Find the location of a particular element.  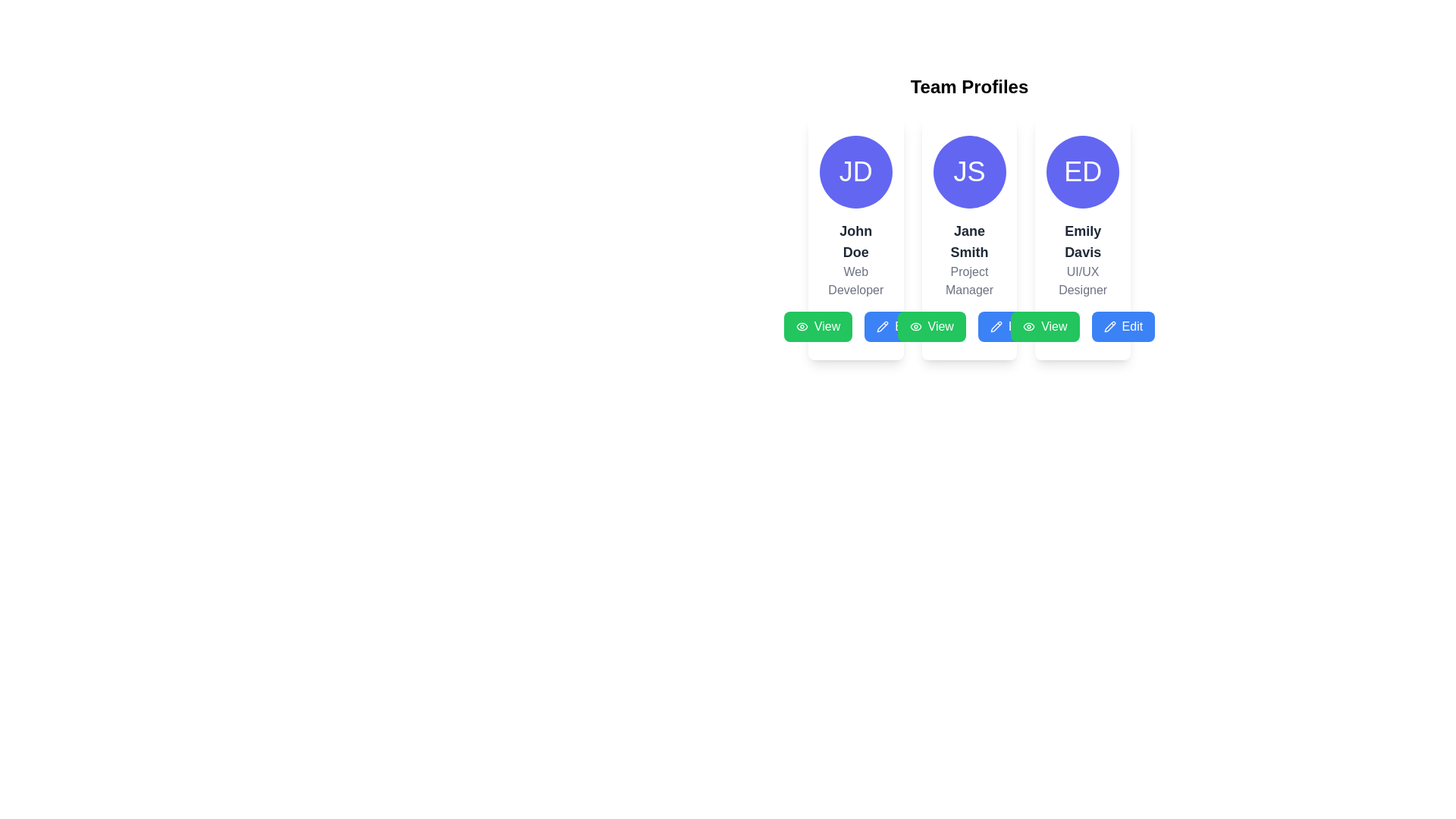

the Edit icon located on the profile card of Emily Davis, positioned in the upper right section next to the green View button is located at coordinates (1109, 326).